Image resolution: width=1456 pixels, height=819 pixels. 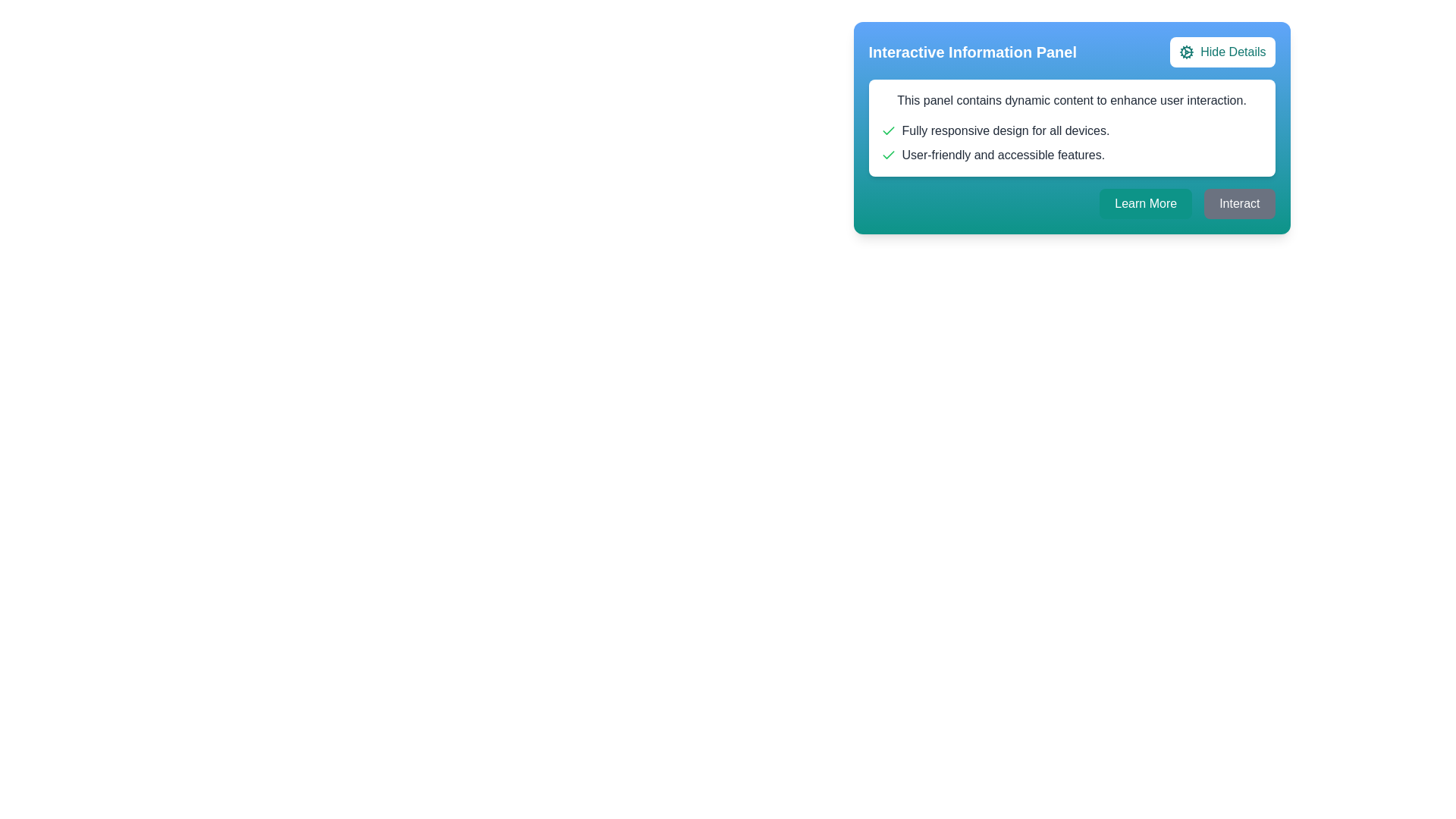 I want to click on the text label located at the top right of the information panel, so click(x=1233, y=52).